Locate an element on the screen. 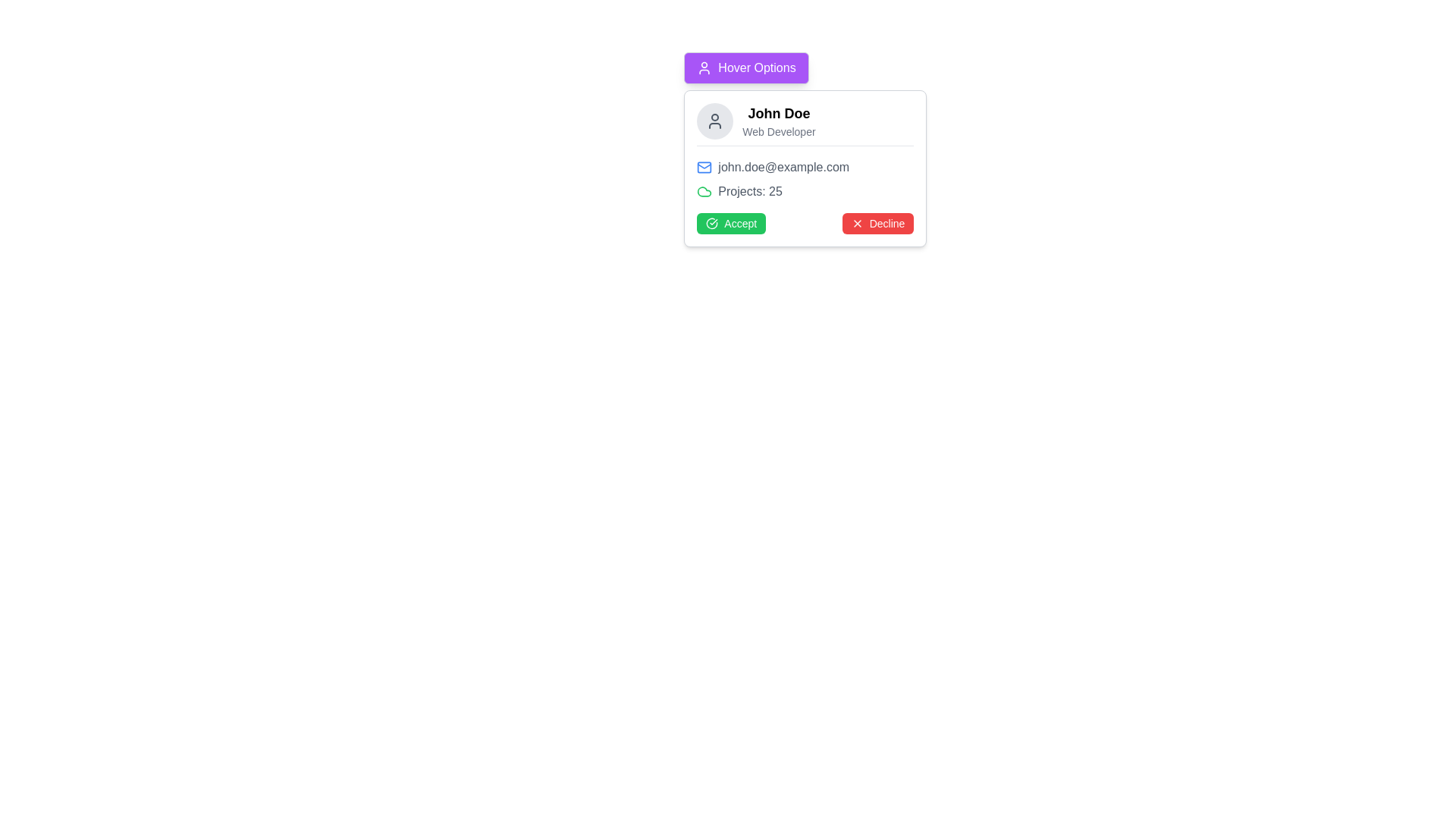 The height and width of the screenshot is (819, 1456). the Profile Overview Section located at the top center of the pop-up card, which displays the user's name, role, and avatar is located at coordinates (805, 124).